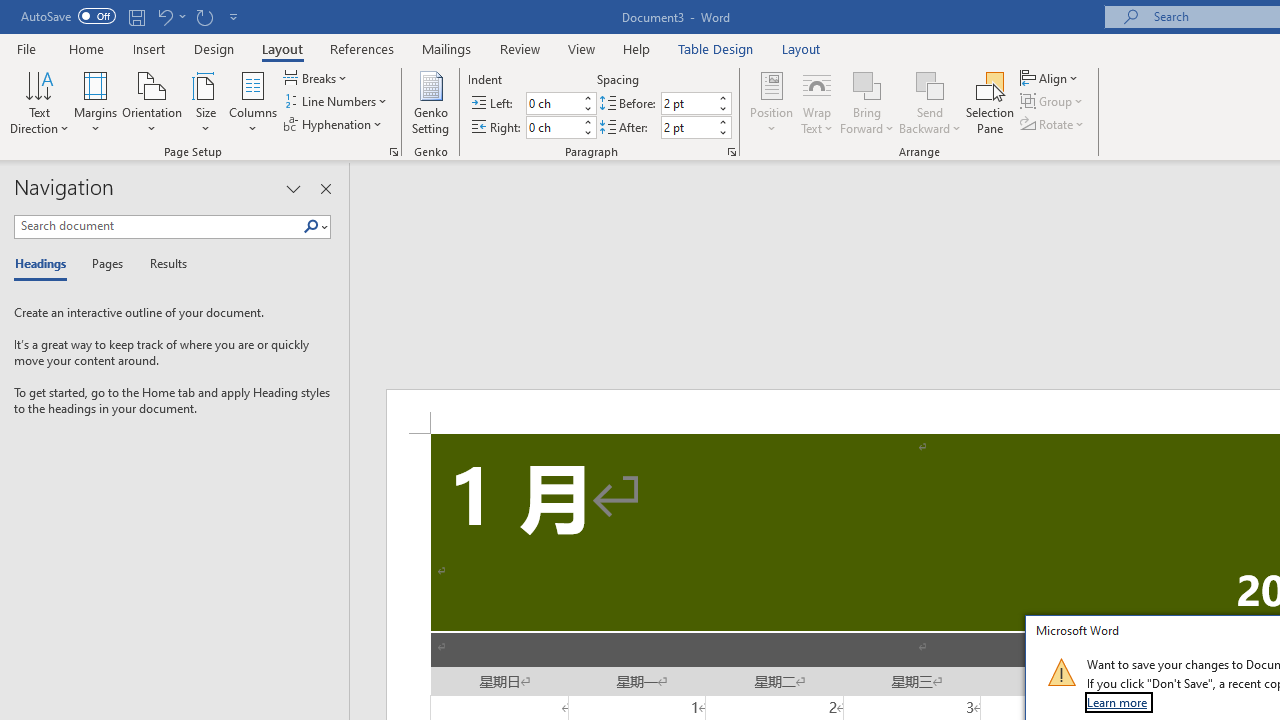 Image resolution: width=1280 pixels, height=720 pixels. Describe the element at coordinates (1053, 101) in the screenshot. I see `'Group'` at that location.